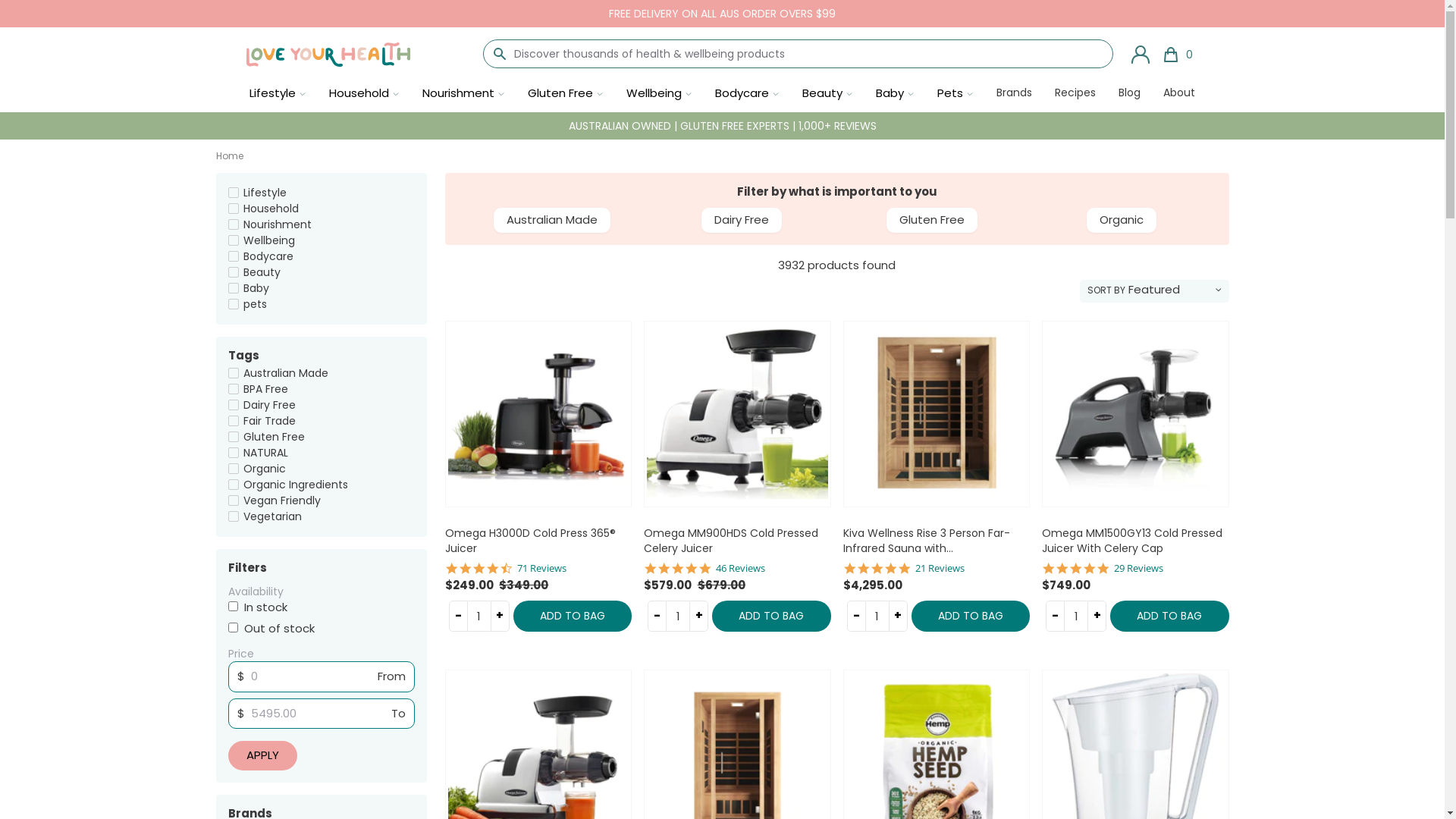  Describe the element at coordinates (715, 568) in the screenshot. I see `'46 Reviews'` at that location.